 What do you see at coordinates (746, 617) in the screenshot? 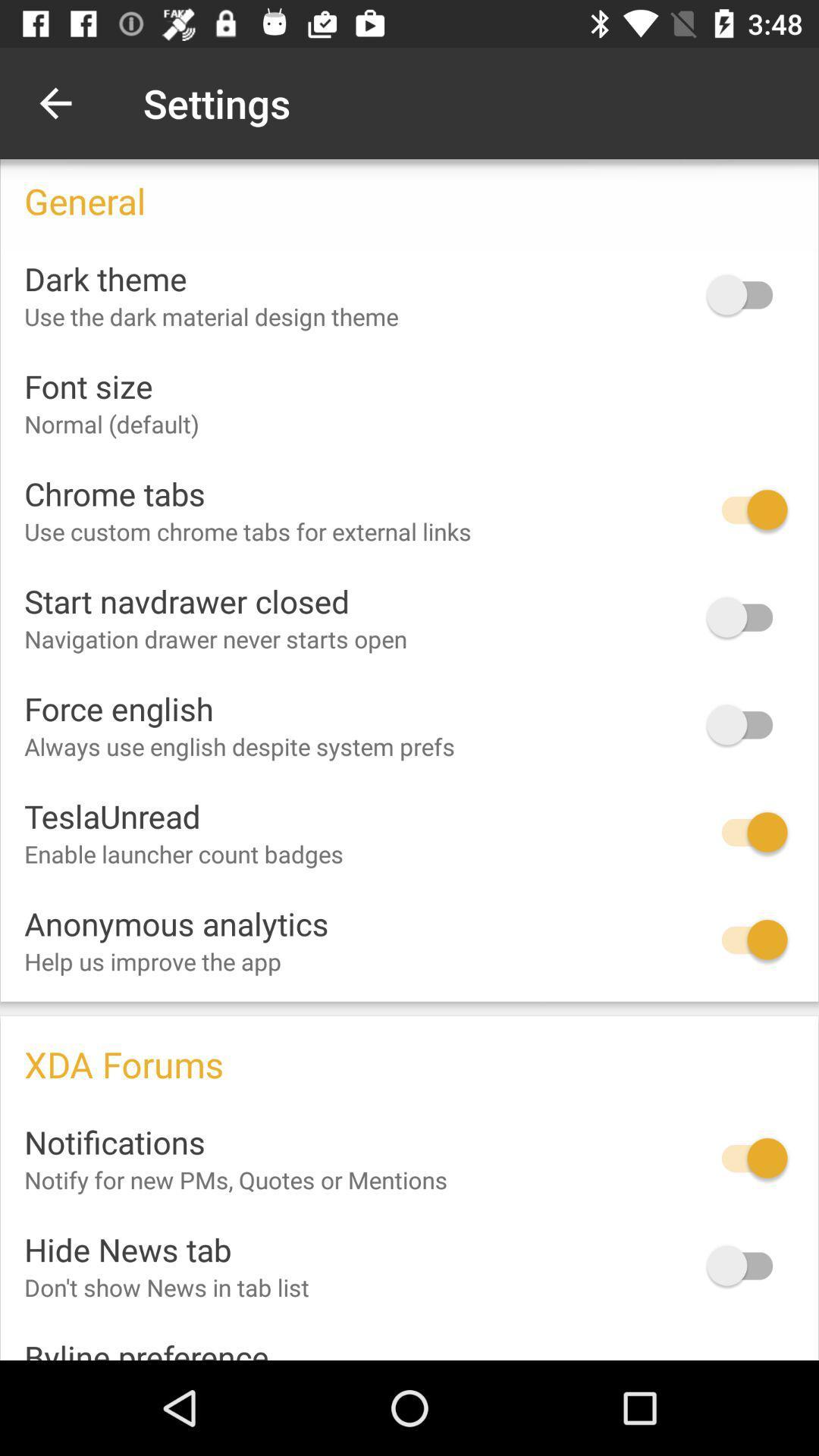
I see `on` at bounding box center [746, 617].